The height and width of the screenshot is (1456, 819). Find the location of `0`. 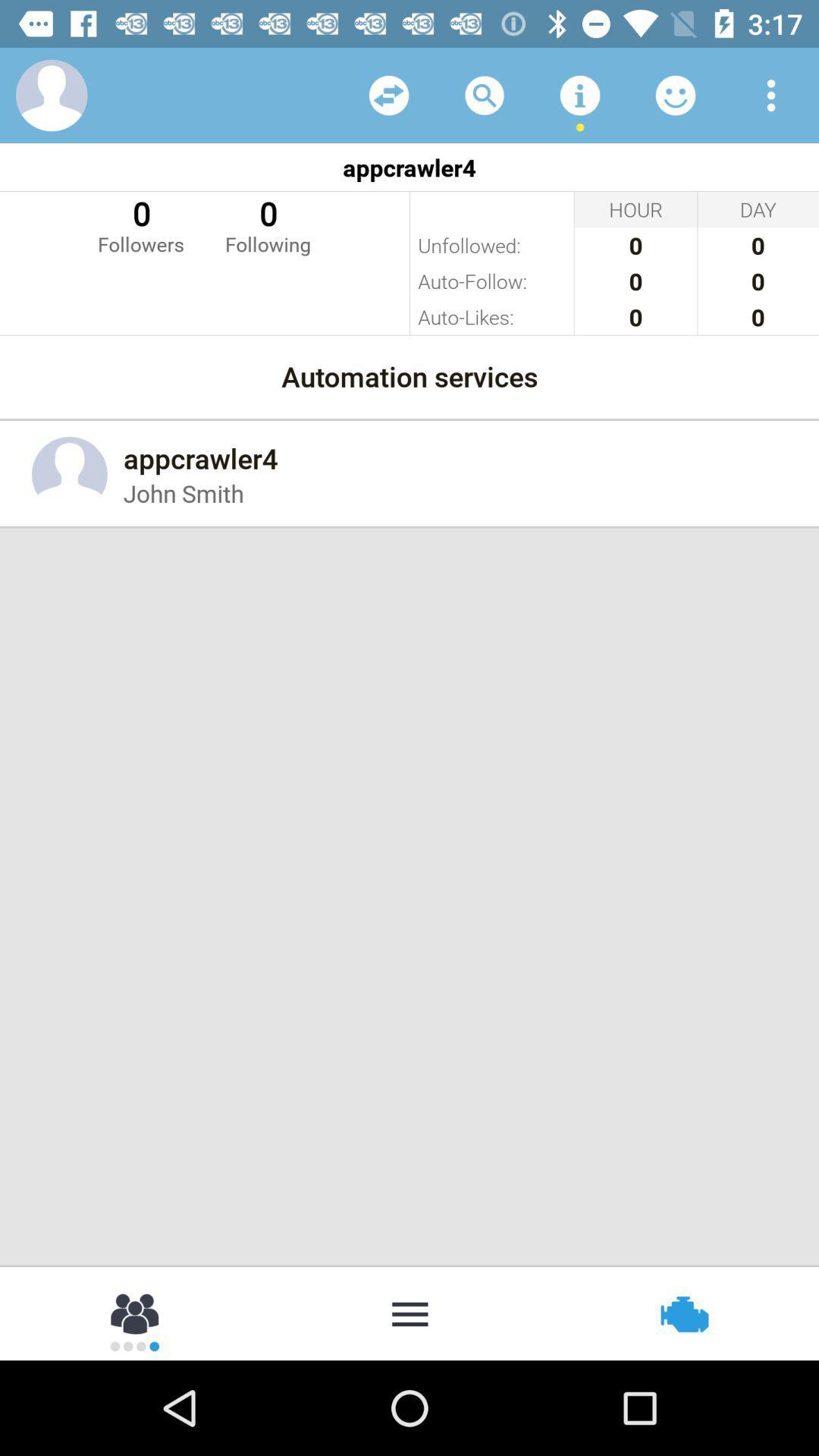

0 is located at coordinates (267, 224).